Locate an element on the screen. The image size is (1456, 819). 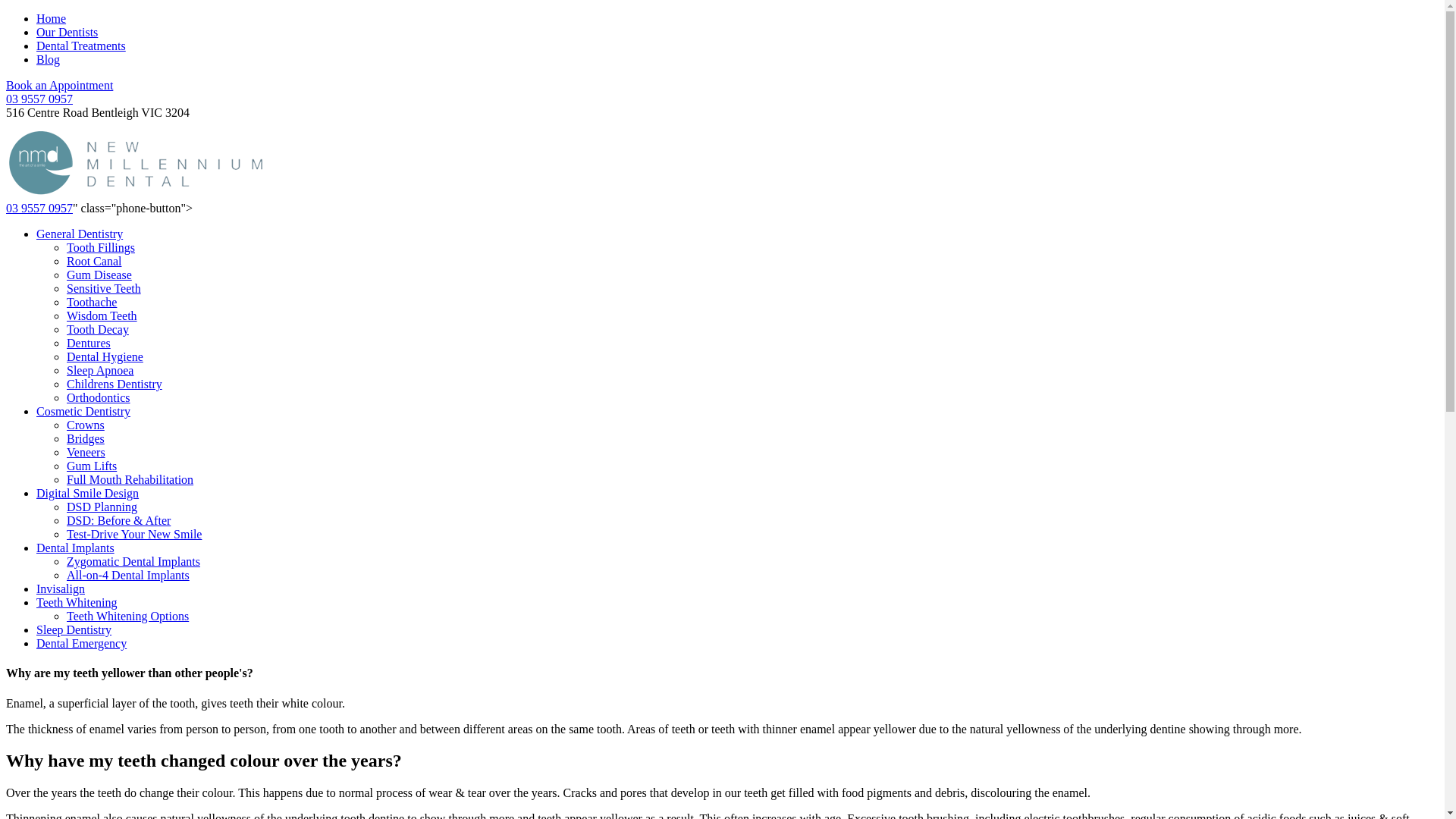
'Cosmetic Dentistry' is located at coordinates (83, 411).